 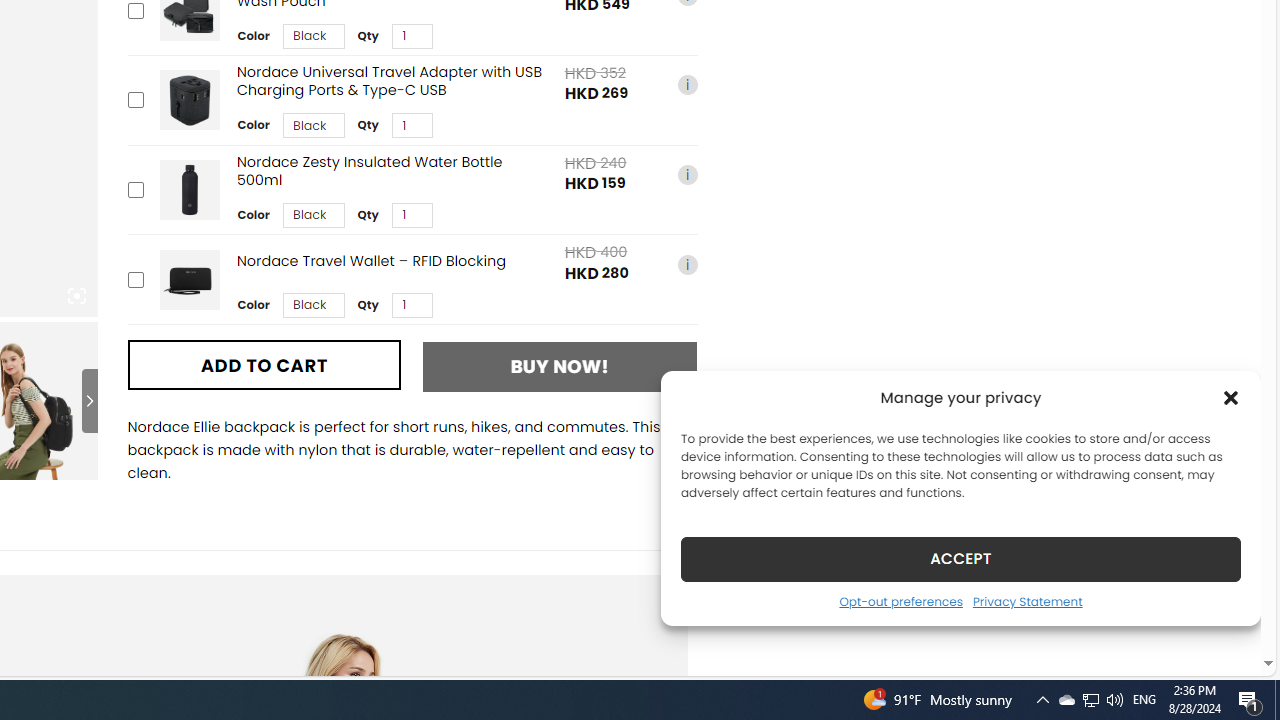 I want to click on 'User Promoted Notification Area', so click(x=1089, y=698).